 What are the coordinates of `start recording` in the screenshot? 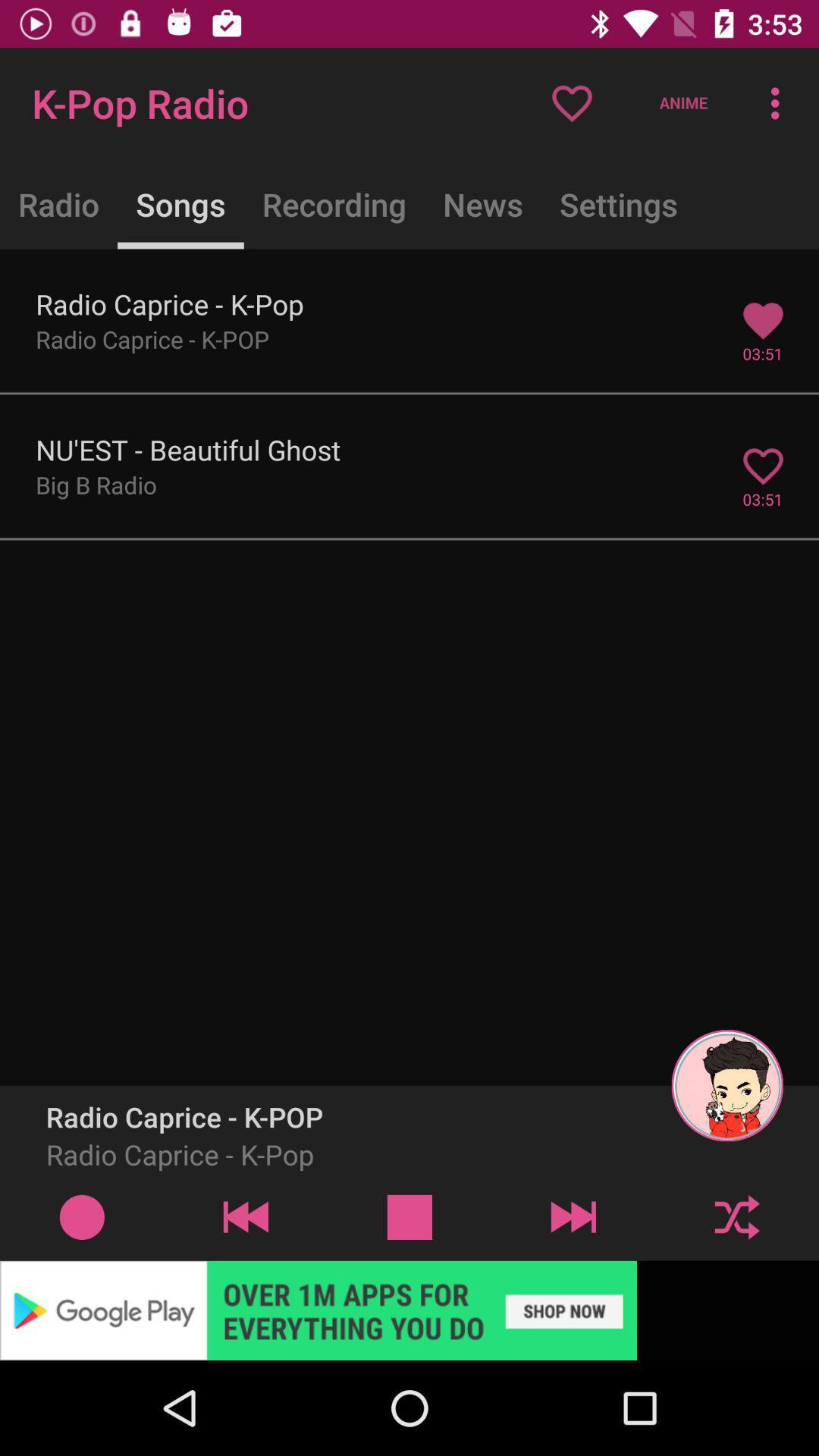 It's located at (82, 1216).